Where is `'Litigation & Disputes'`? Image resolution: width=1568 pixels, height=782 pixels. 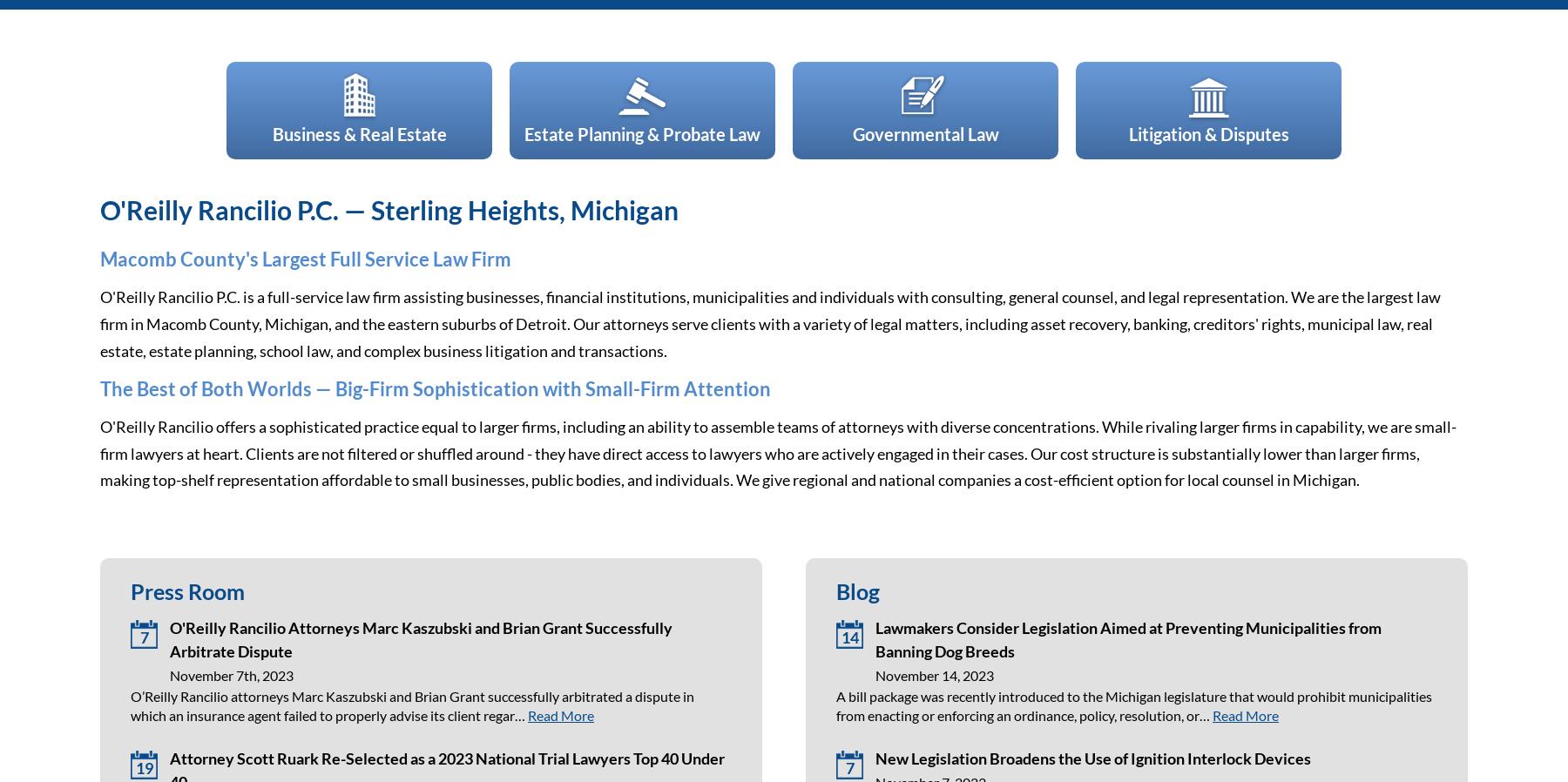
'Litigation & Disputes' is located at coordinates (1127, 133).